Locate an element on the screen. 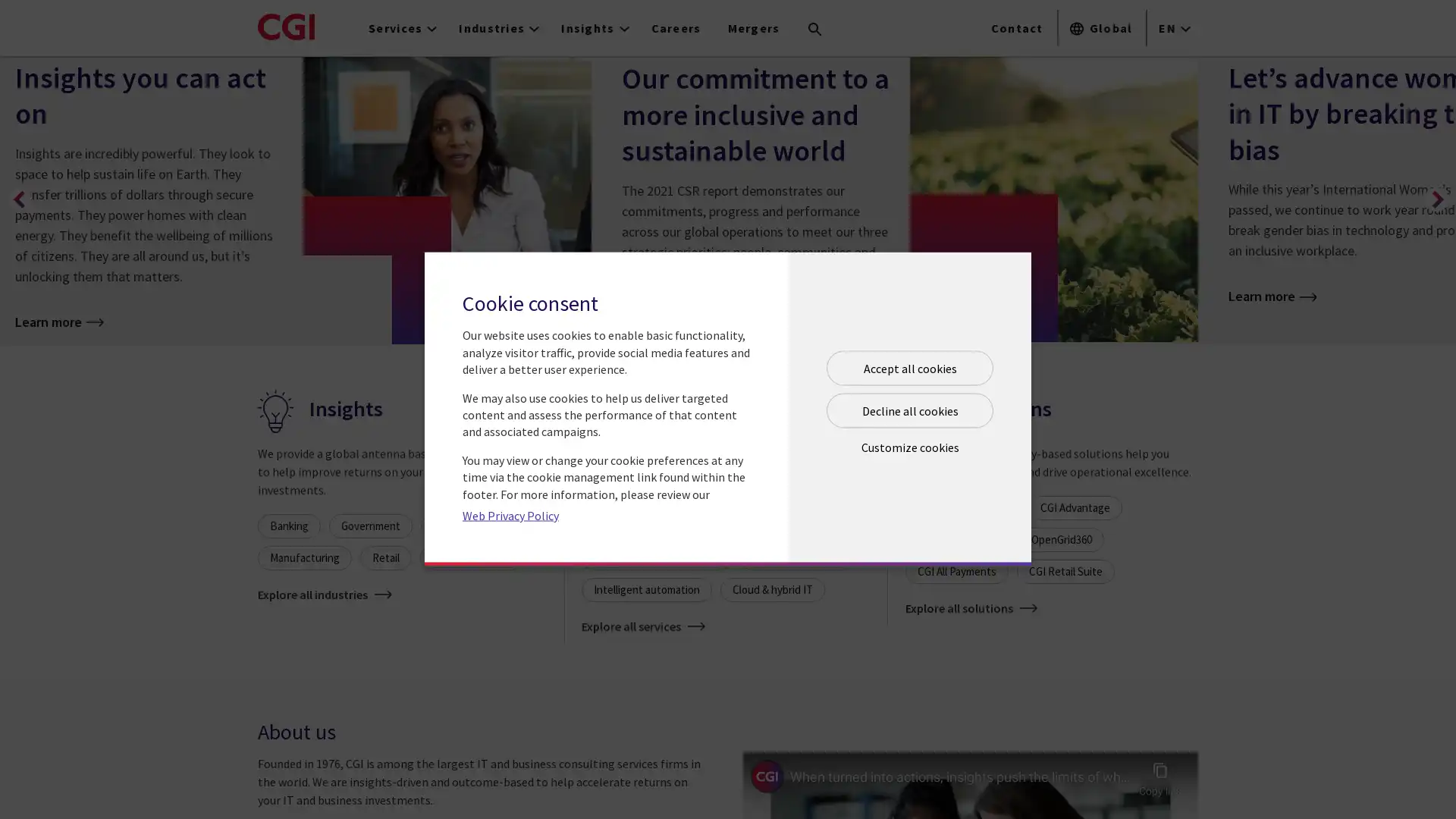 The width and height of the screenshot is (1456, 819). Open customize cookie panel is located at coordinates (910, 448).